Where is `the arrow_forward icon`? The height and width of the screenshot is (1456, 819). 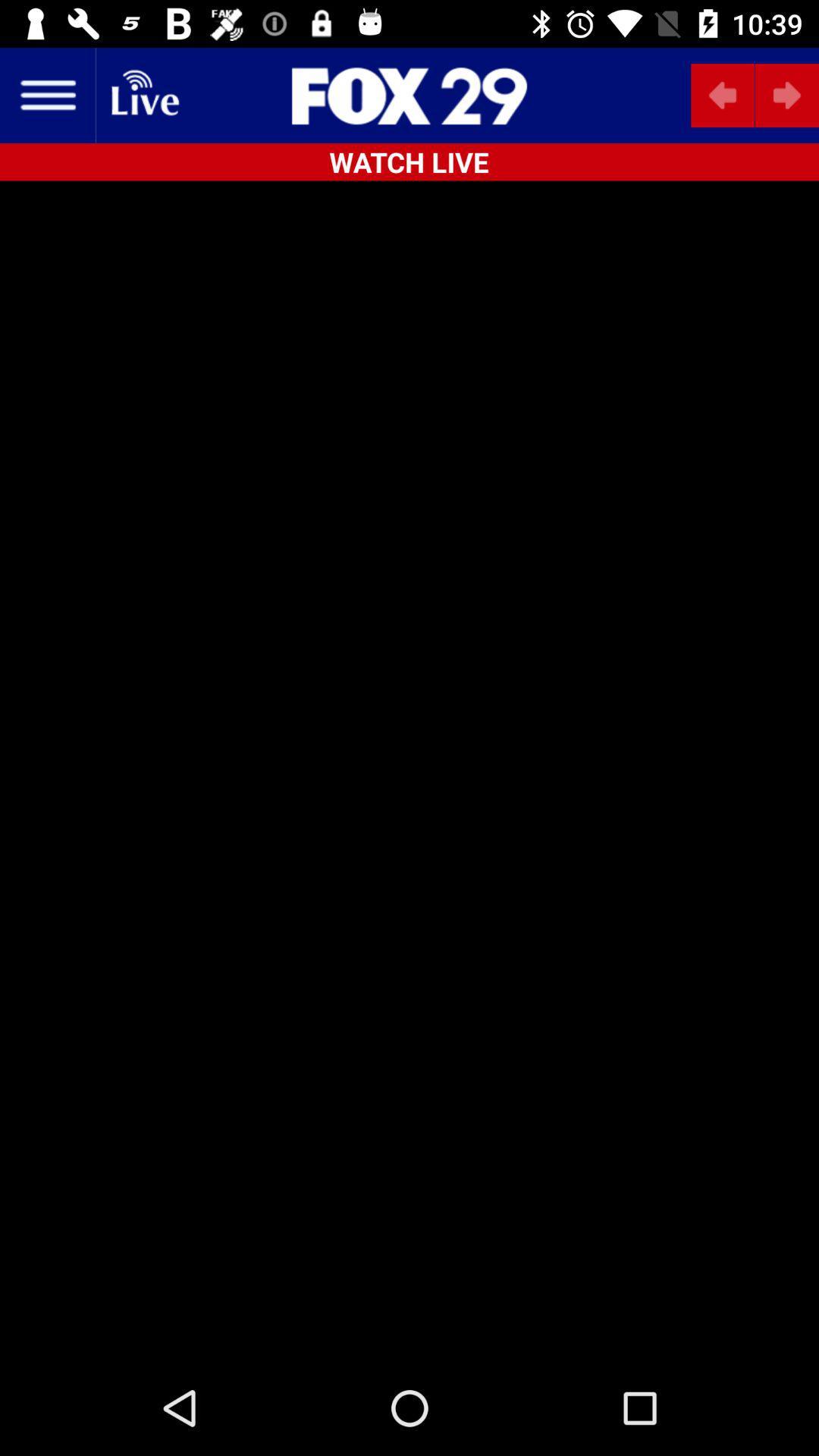
the arrow_forward icon is located at coordinates (786, 94).